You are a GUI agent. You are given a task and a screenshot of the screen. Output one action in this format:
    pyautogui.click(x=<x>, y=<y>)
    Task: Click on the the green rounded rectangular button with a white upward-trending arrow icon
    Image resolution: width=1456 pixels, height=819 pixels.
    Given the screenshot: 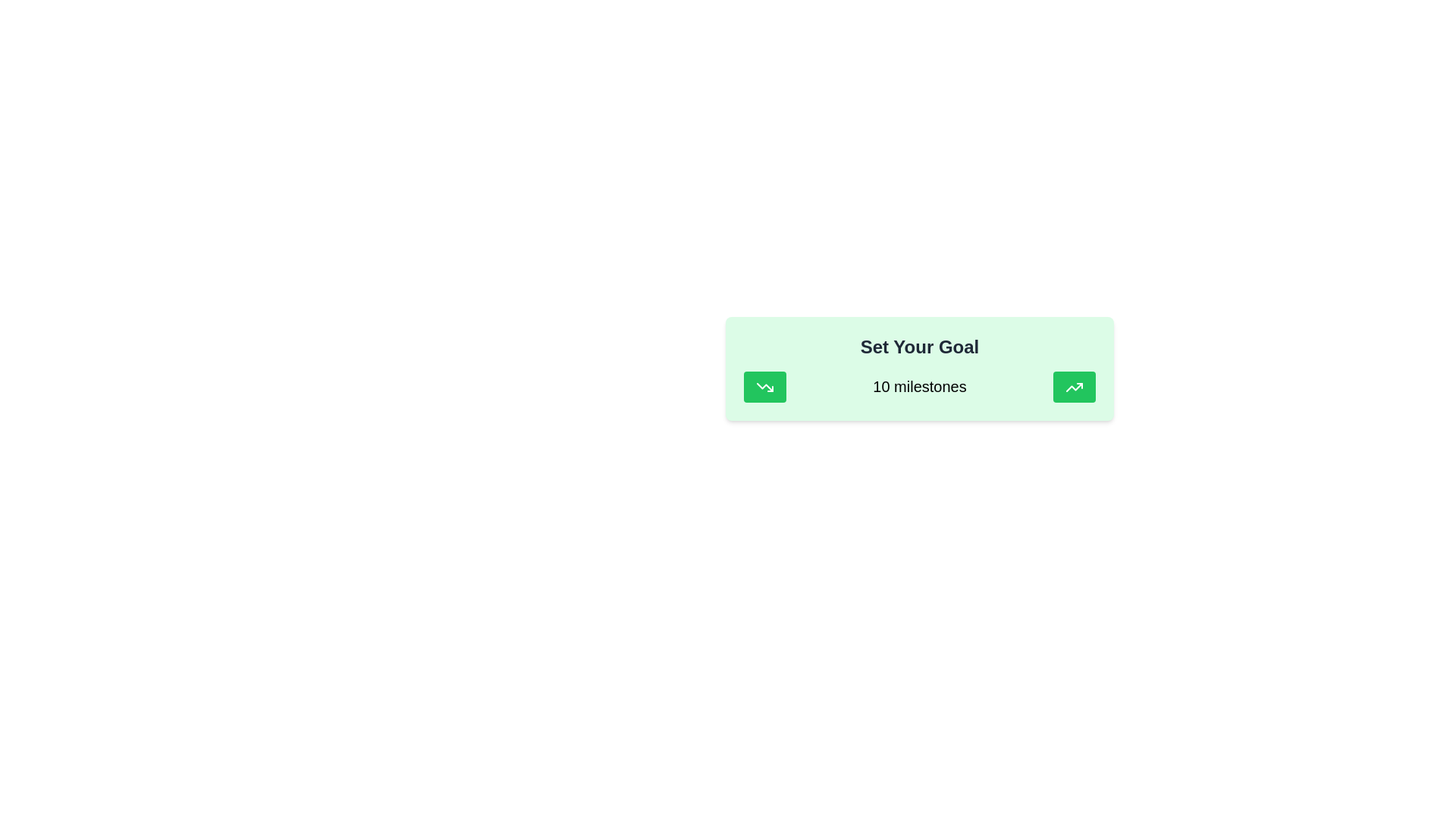 What is the action you would take?
    pyautogui.click(x=1073, y=385)
    